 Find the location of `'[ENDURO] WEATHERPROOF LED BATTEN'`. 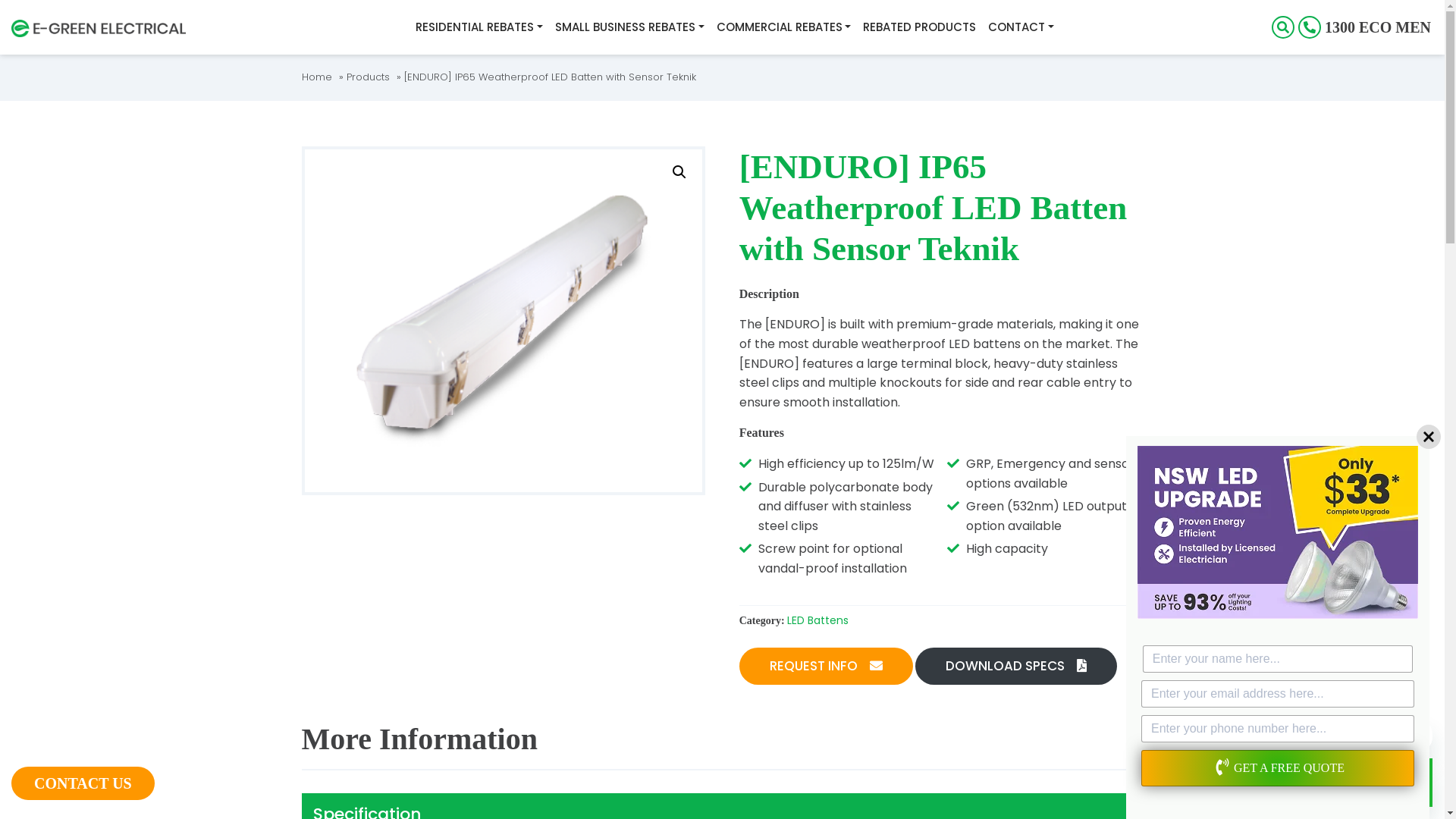

'[ENDURO] WEATHERPROOF LED BATTEN' is located at coordinates (504, 320).